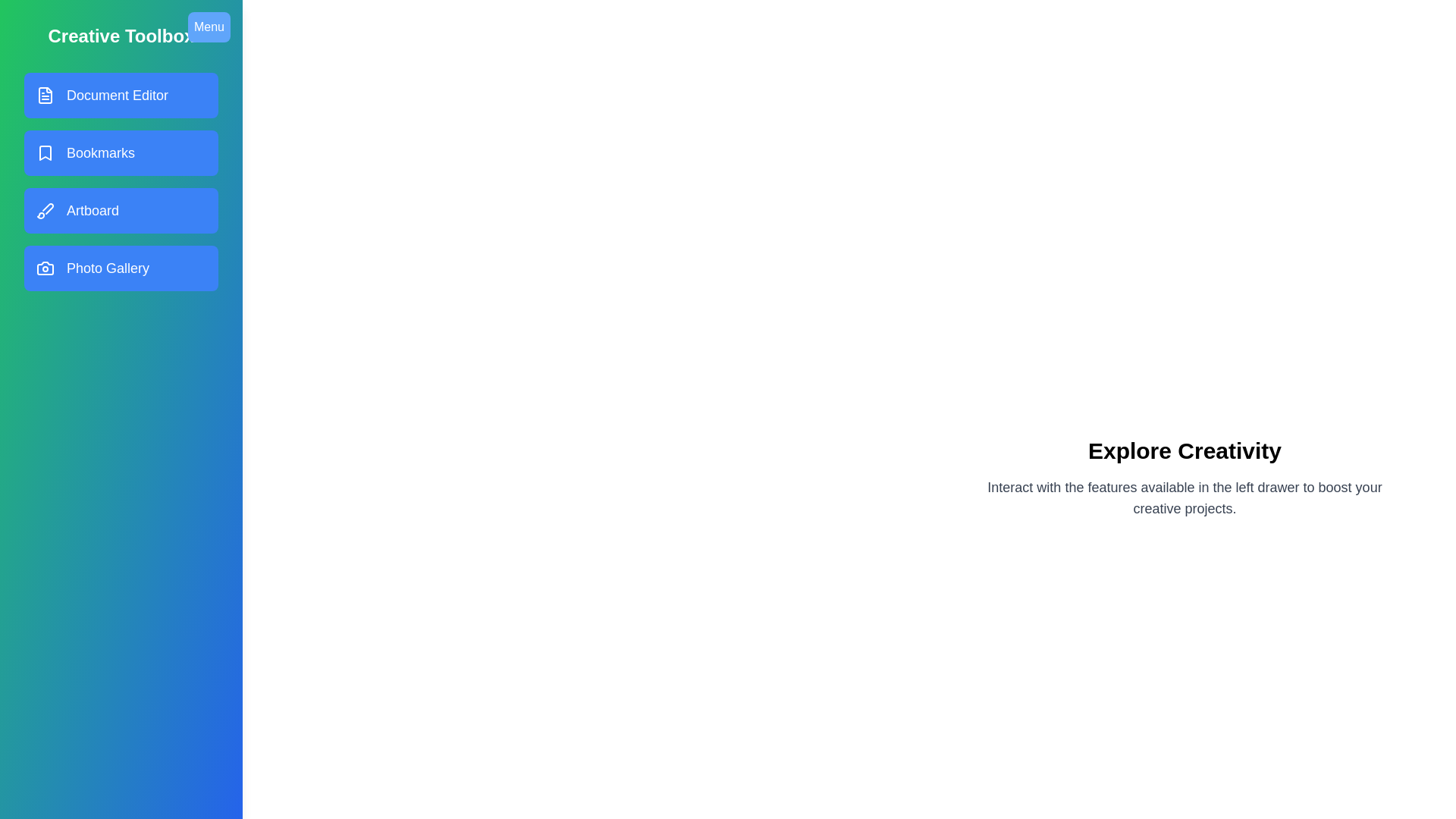  Describe the element at coordinates (208, 27) in the screenshot. I see `menu button to toggle the drawer visibility` at that location.